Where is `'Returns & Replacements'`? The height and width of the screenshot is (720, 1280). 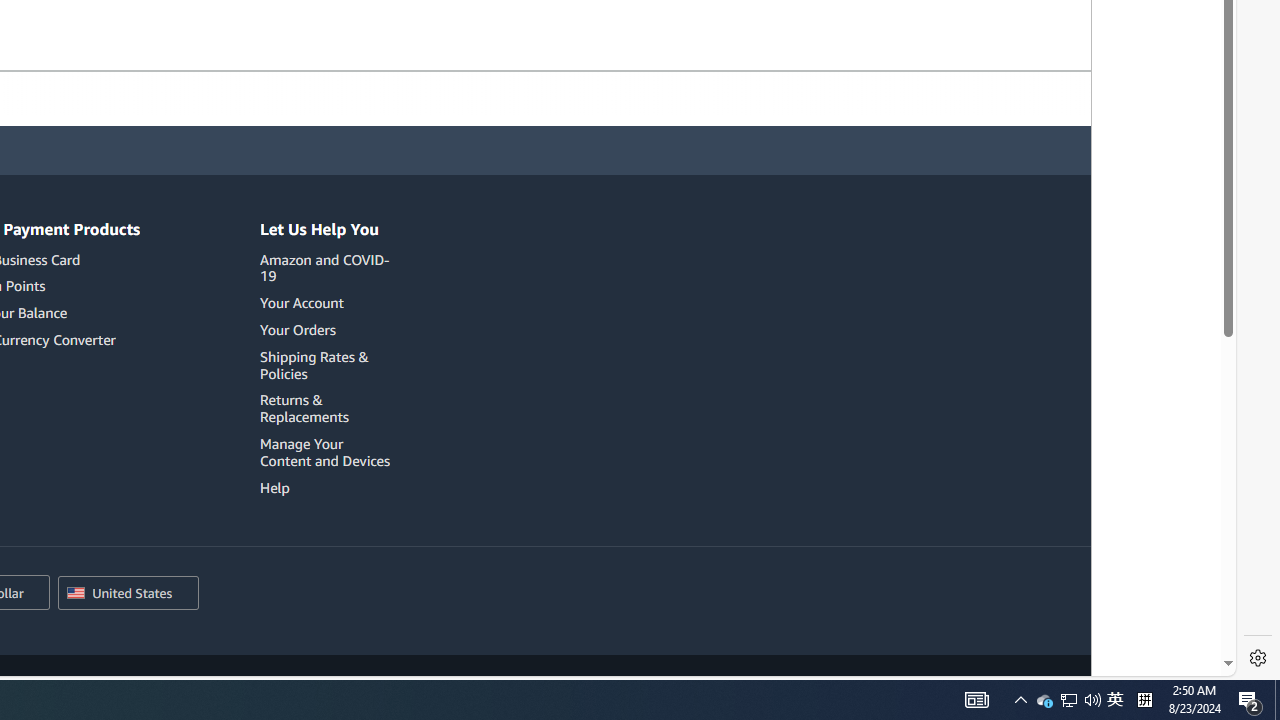
'Returns & Replacements' is located at coordinates (303, 407).